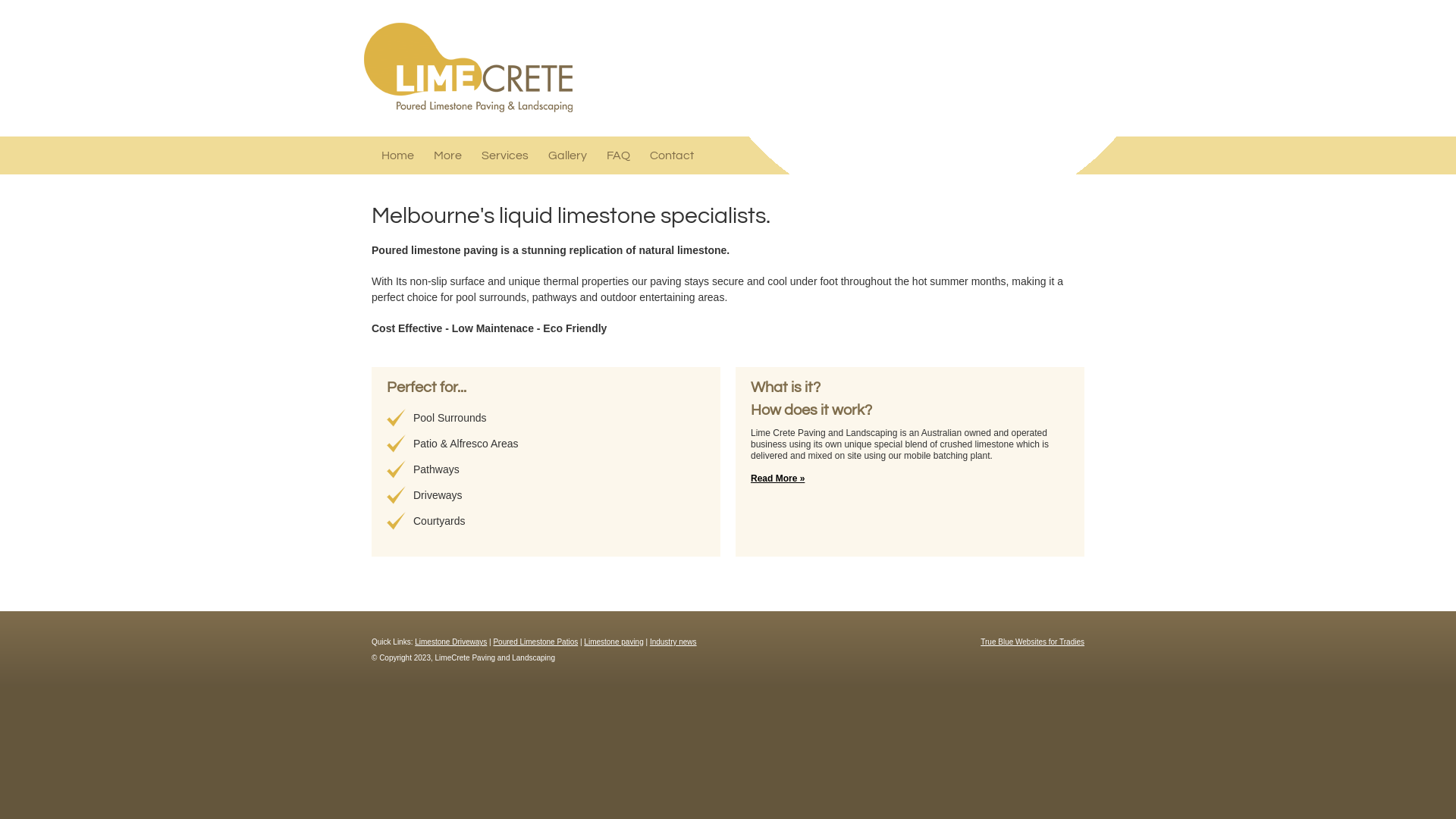 This screenshot has width=1456, height=819. Describe the element at coordinates (447, 155) in the screenshot. I see `'More'` at that location.